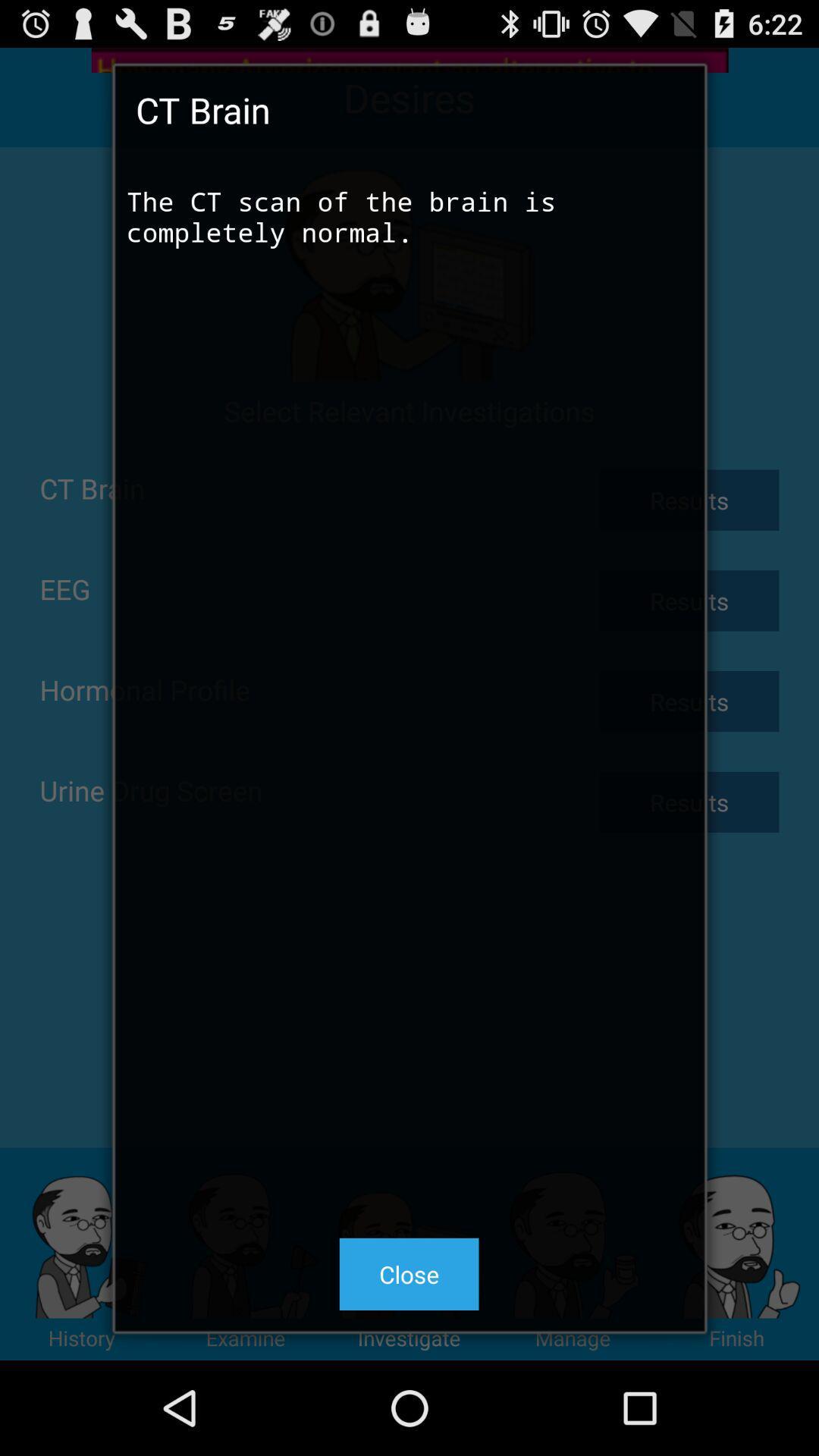 This screenshot has height=1456, width=819. I want to click on the icon below the the ct scan icon, so click(408, 1274).